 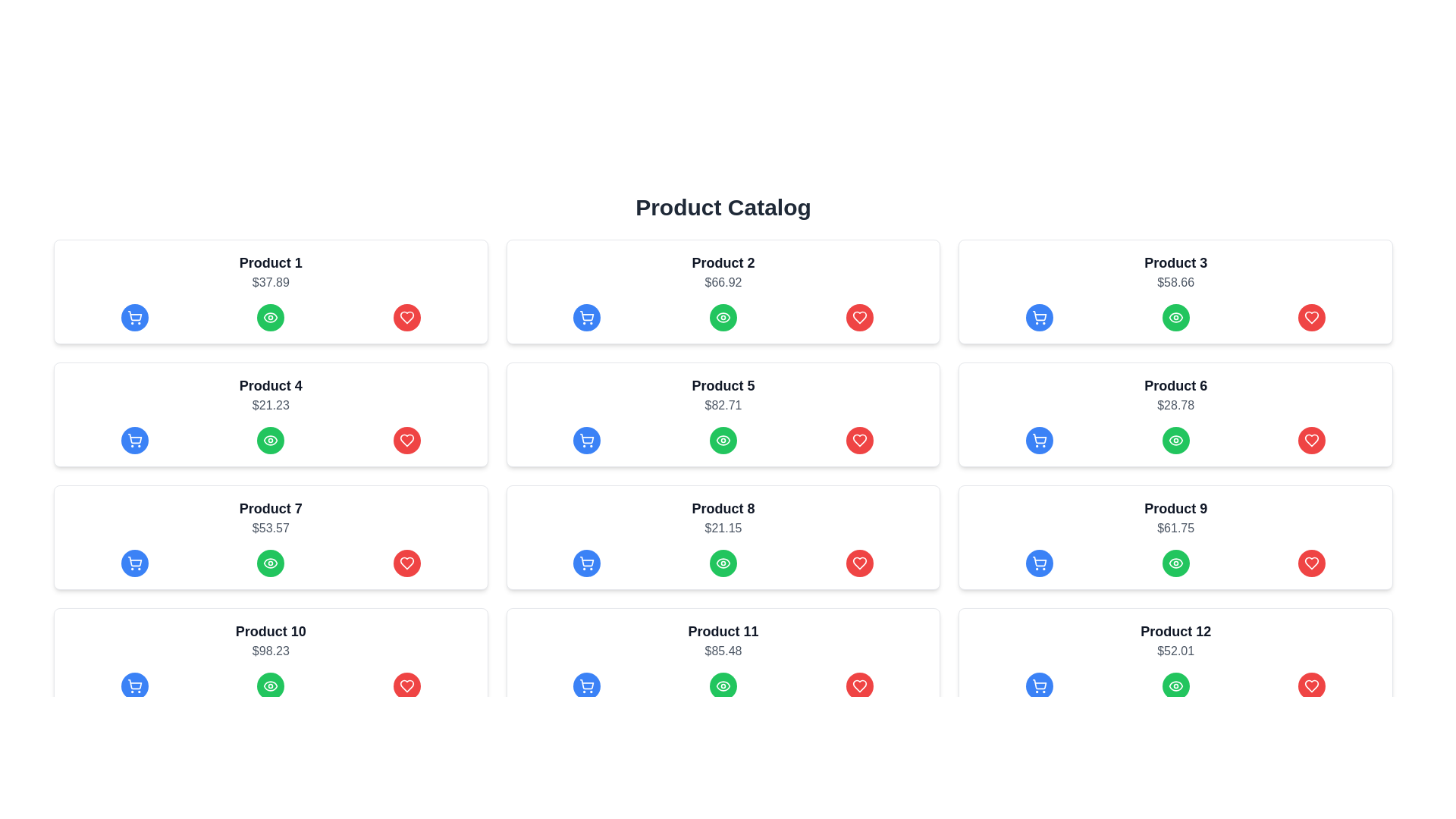 I want to click on the text label displaying 'Product 4' in bold, large dark gray font on a light background, located in the center of the second card in the second row of a 3x4 product grid, so click(x=271, y=385).